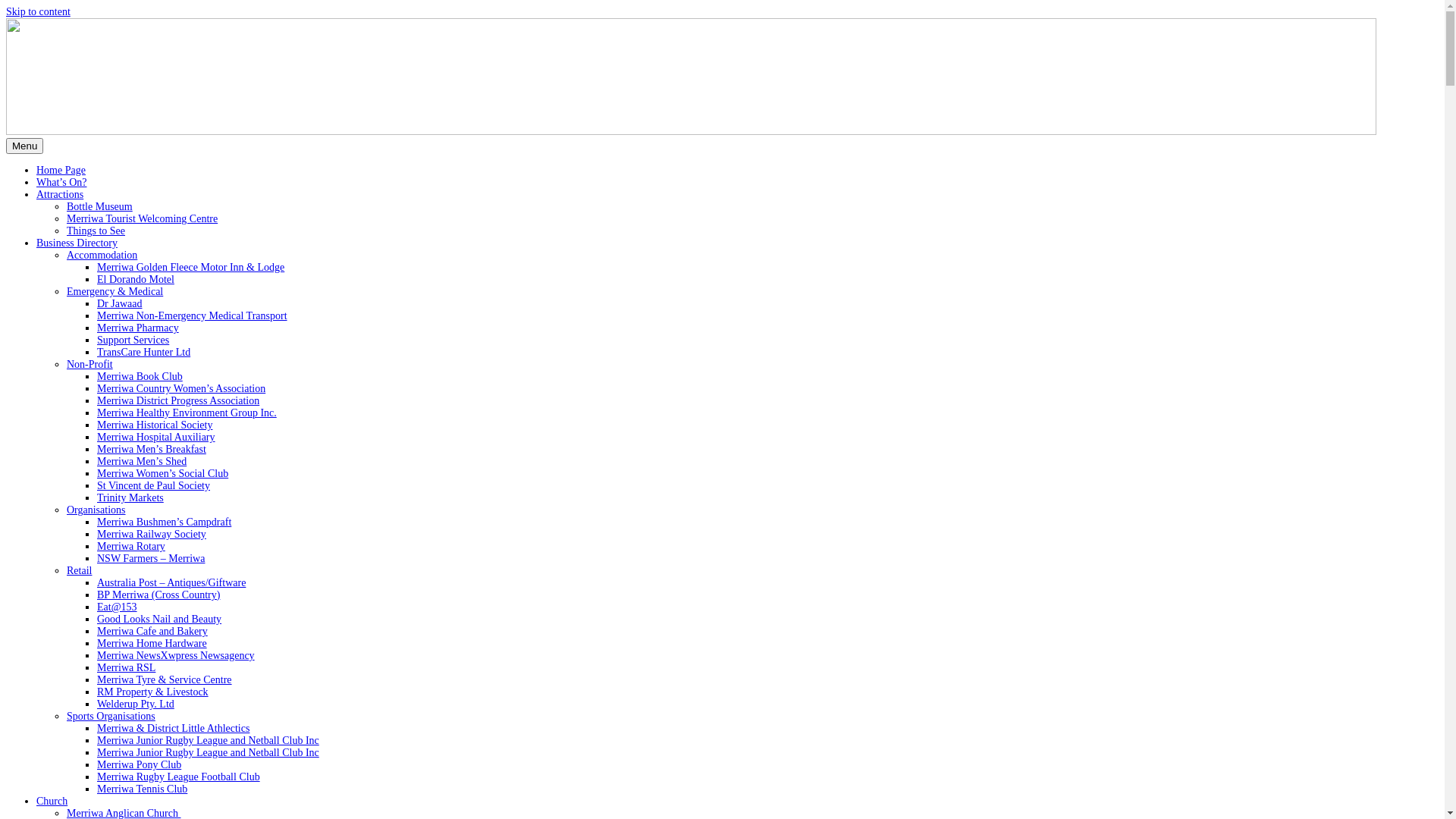 This screenshot has width=1456, height=819. I want to click on 'TransCare Hunter Ltd', so click(143, 352).